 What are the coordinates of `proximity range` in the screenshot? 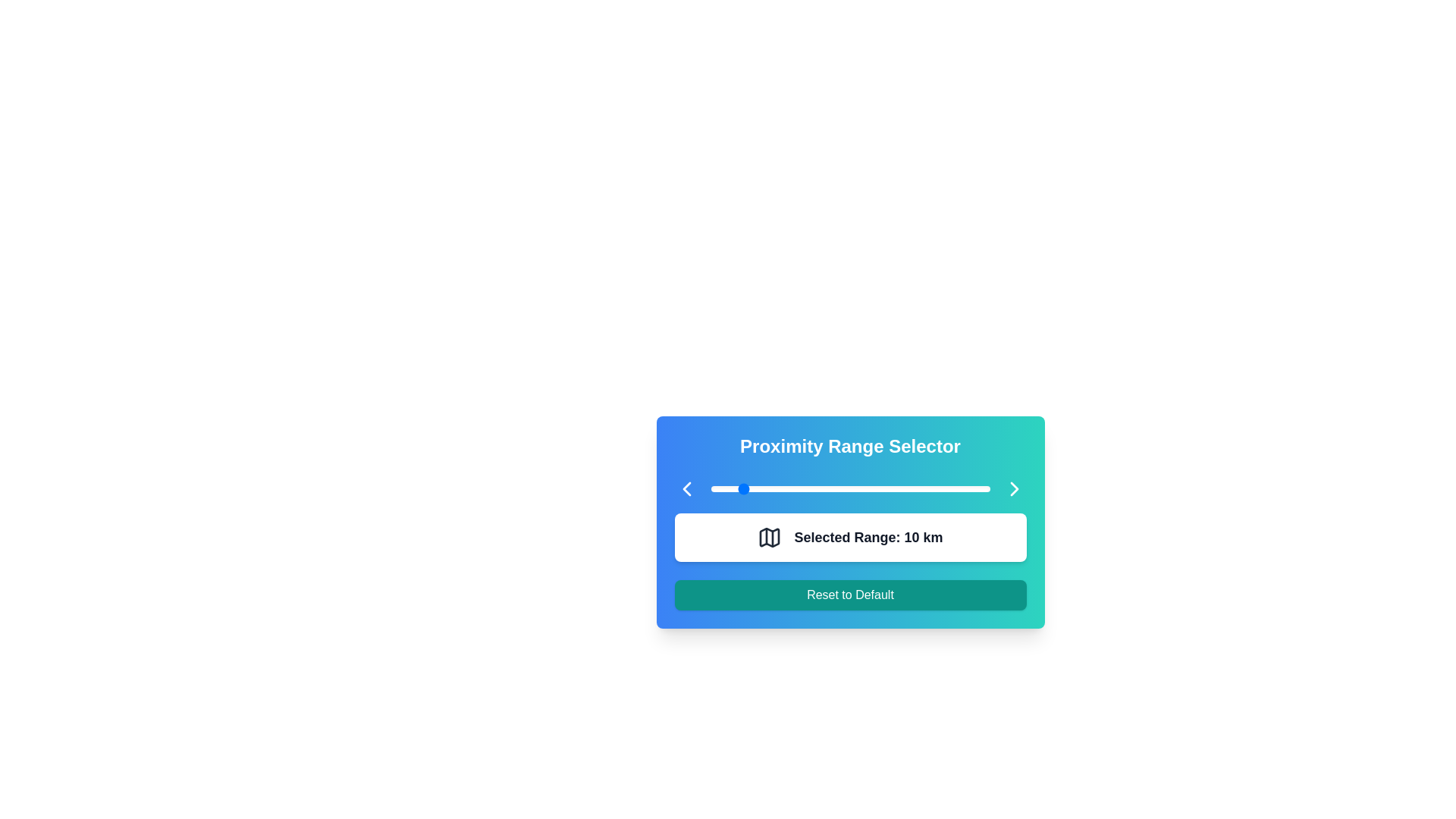 It's located at (944, 488).